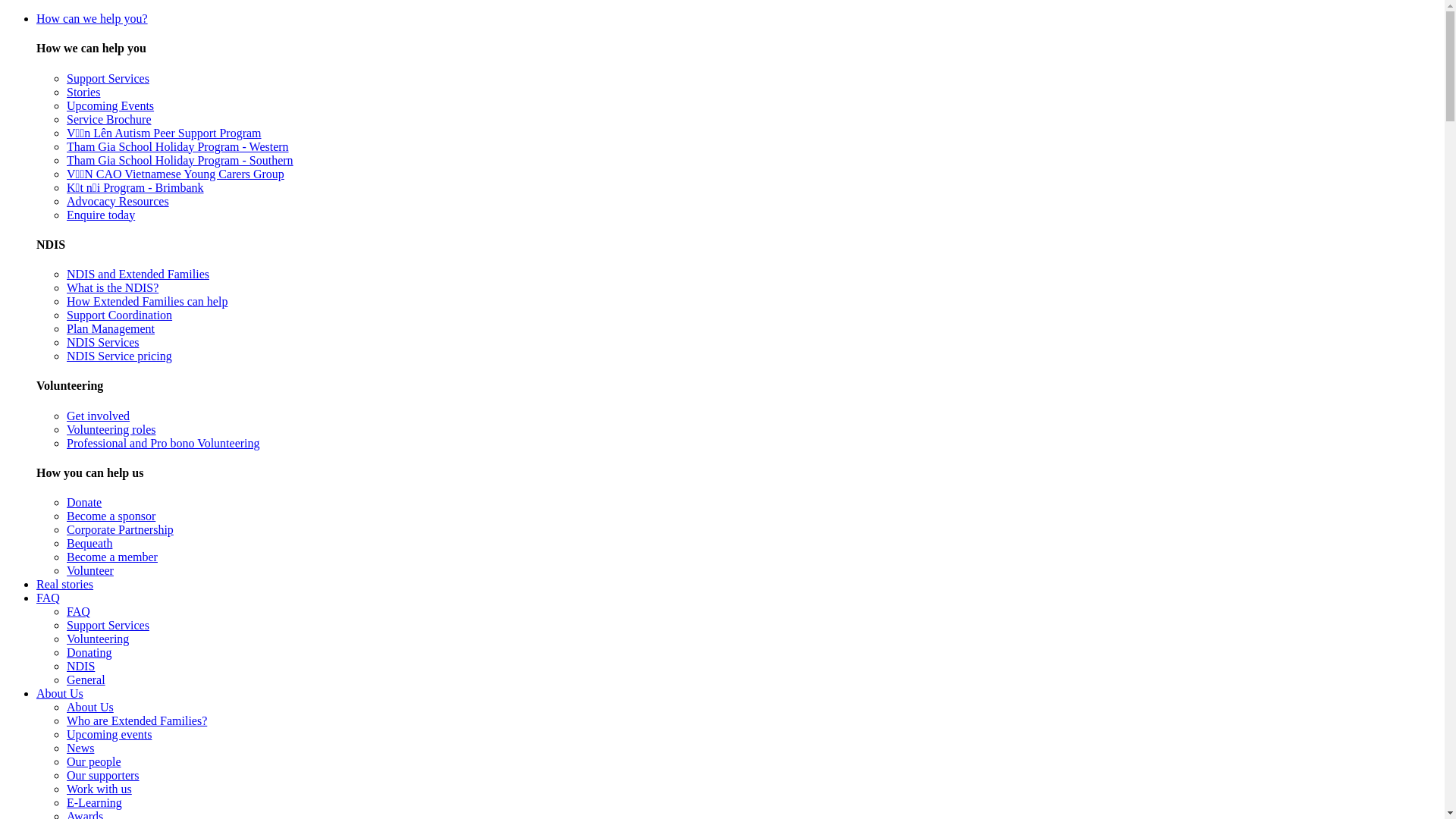 The height and width of the screenshot is (819, 1456). What do you see at coordinates (80, 665) in the screenshot?
I see `'NDIS'` at bounding box center [80, 665].